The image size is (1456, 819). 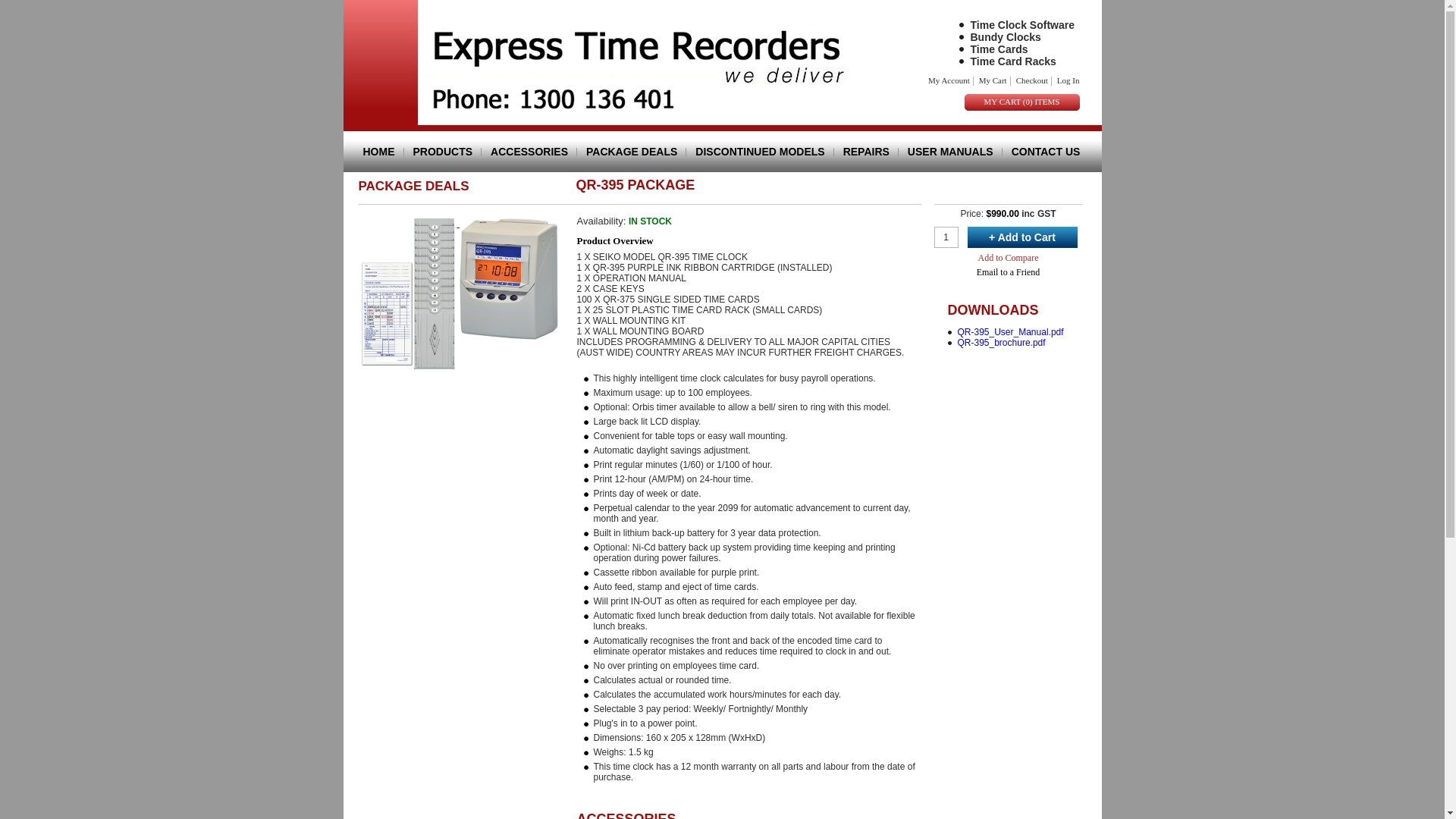 What do you see at coordinates (1040, 152) in the screenshot?
I see `'CONTACT US'` at bounding box center [1040, 152].